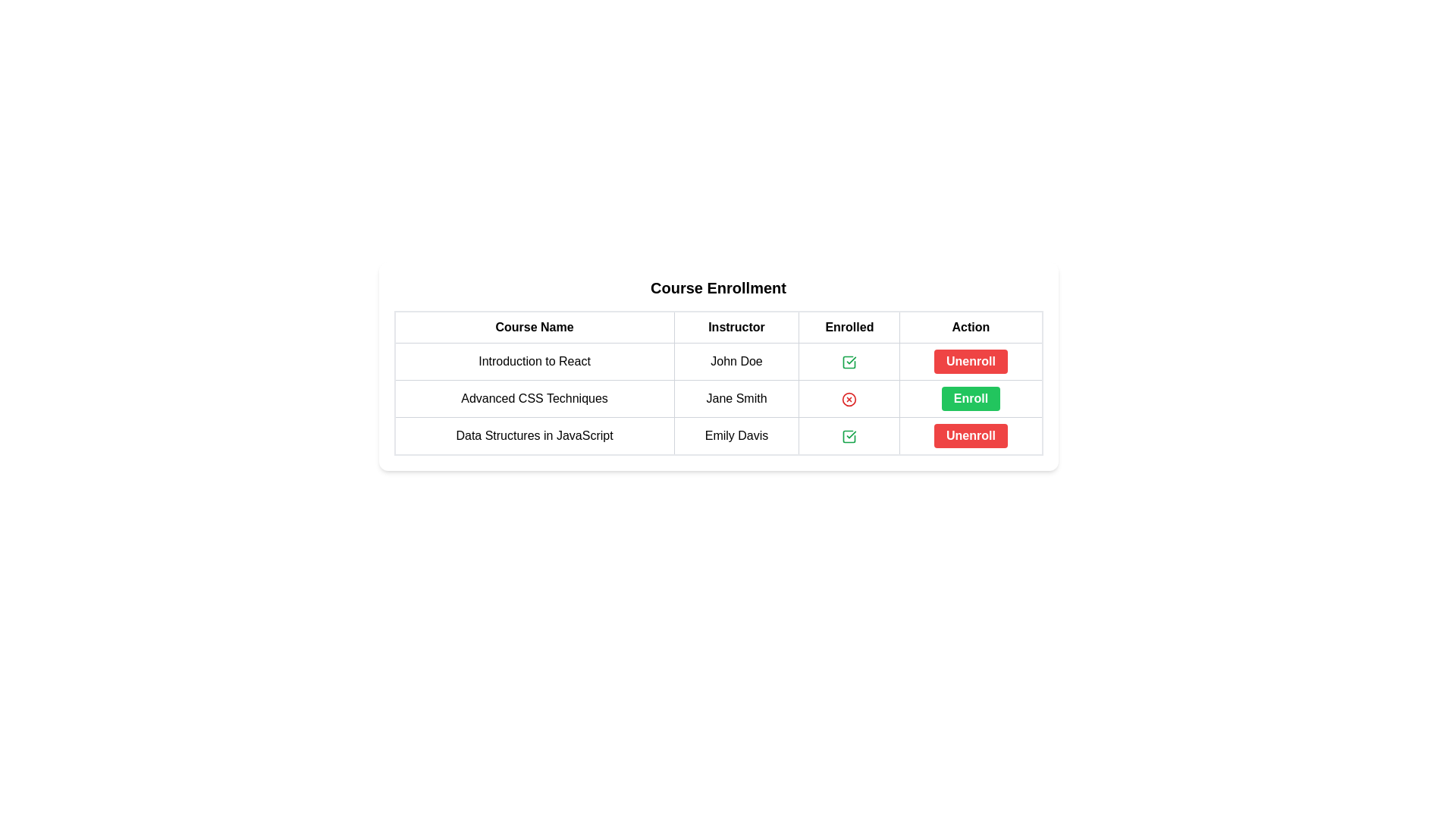  Describe the element at coordinates (971, 362) in the screenshot. I see `the 'Unenroll' button with a red background and white text located in the 'Action' column for the 'Introduction to React' course` at that location.